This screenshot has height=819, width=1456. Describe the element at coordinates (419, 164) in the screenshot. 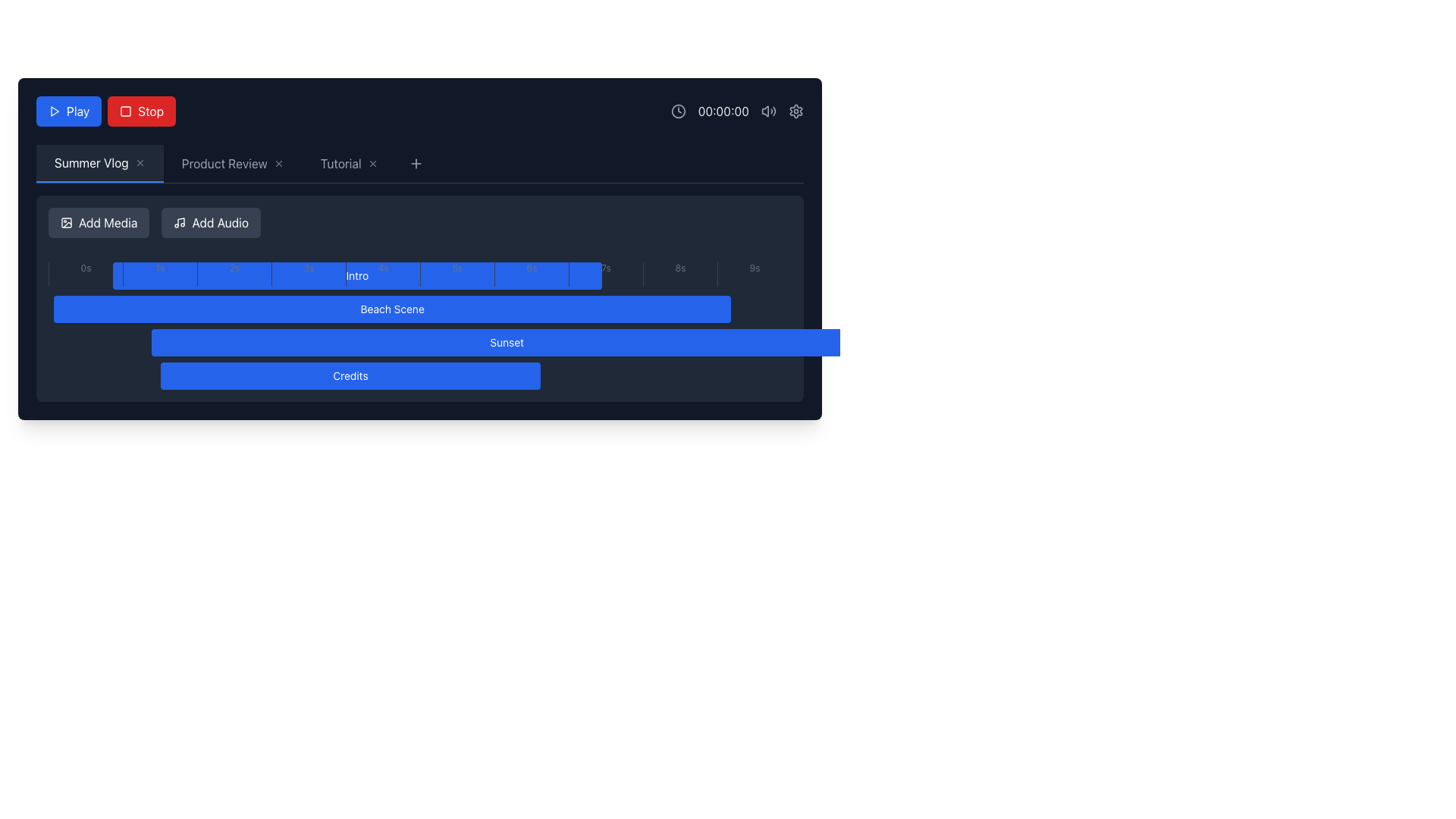

I see `the Tab Bar located at the top-center of the interface to switch tabs between sections like 'Summer Vlog', 'Product Review', and 'Tutorial'` at that location.